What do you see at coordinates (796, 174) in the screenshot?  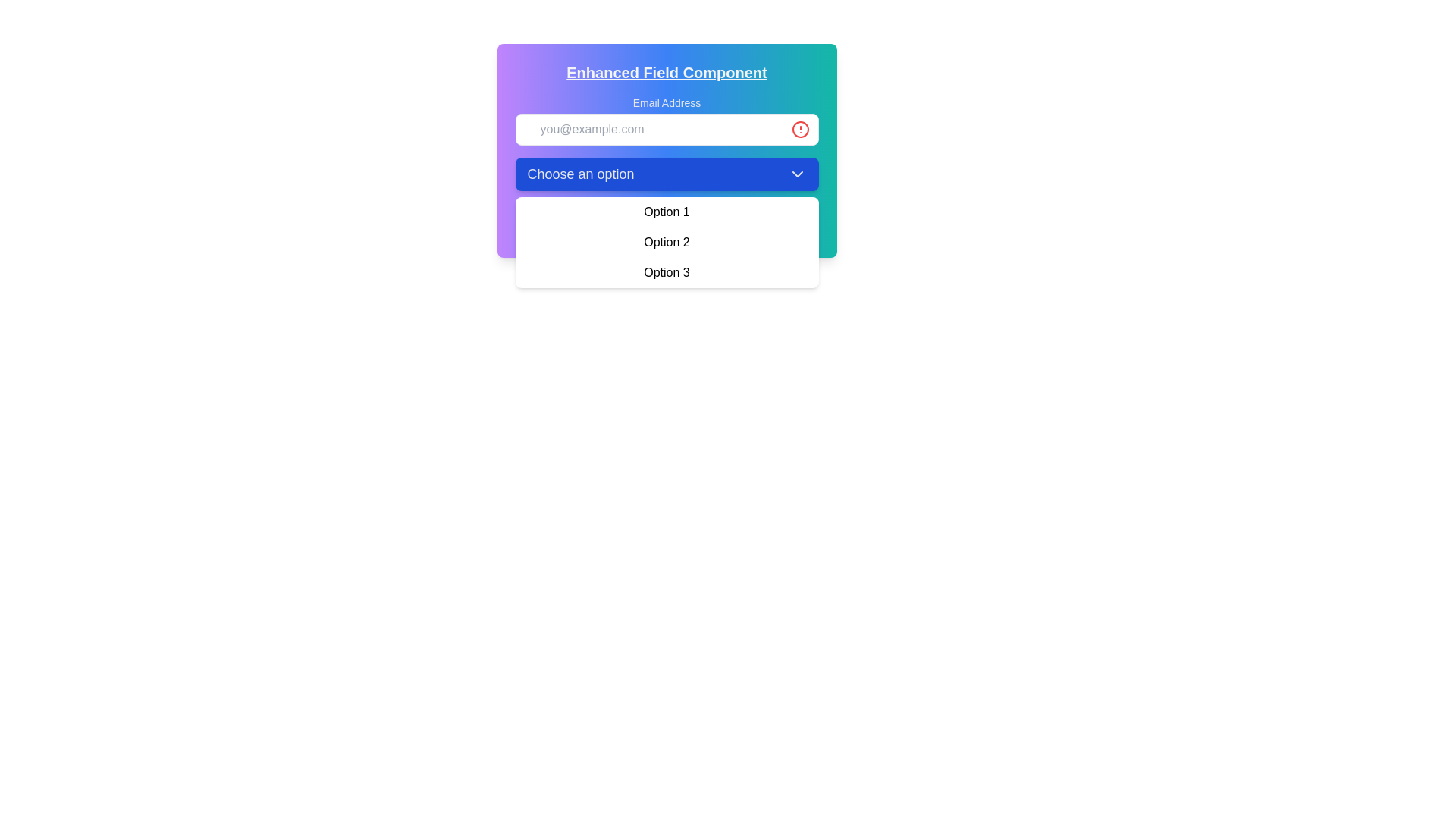 I see `the downward-pointing chevron icon located at the rightmost part of the blue button labeled 'Choose an option'` at bounding box center [796, 174].